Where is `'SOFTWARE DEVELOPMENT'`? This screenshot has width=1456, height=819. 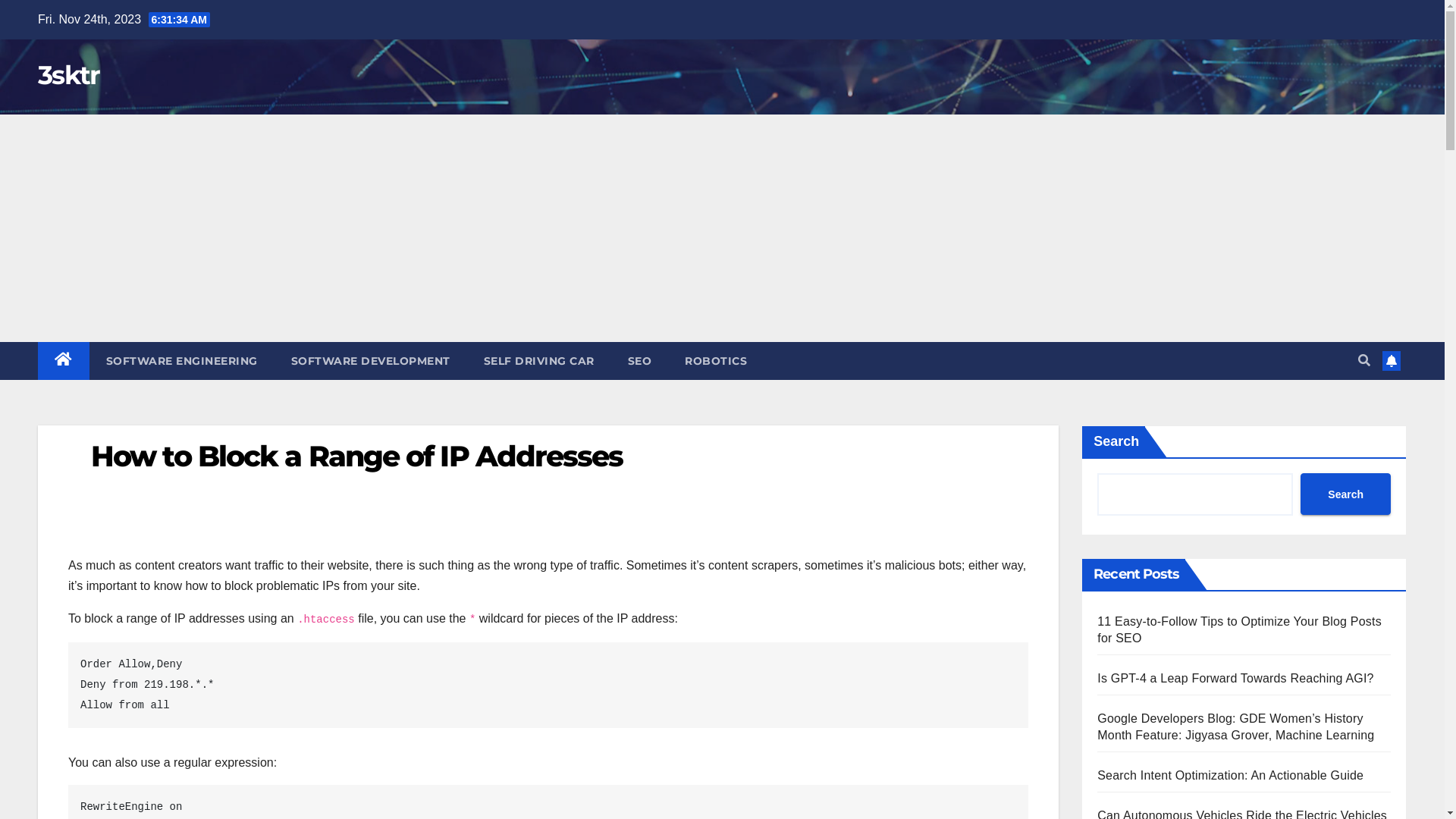
'SOFTWARE DEVELOPMENT' is located at coordinates (371, 360).